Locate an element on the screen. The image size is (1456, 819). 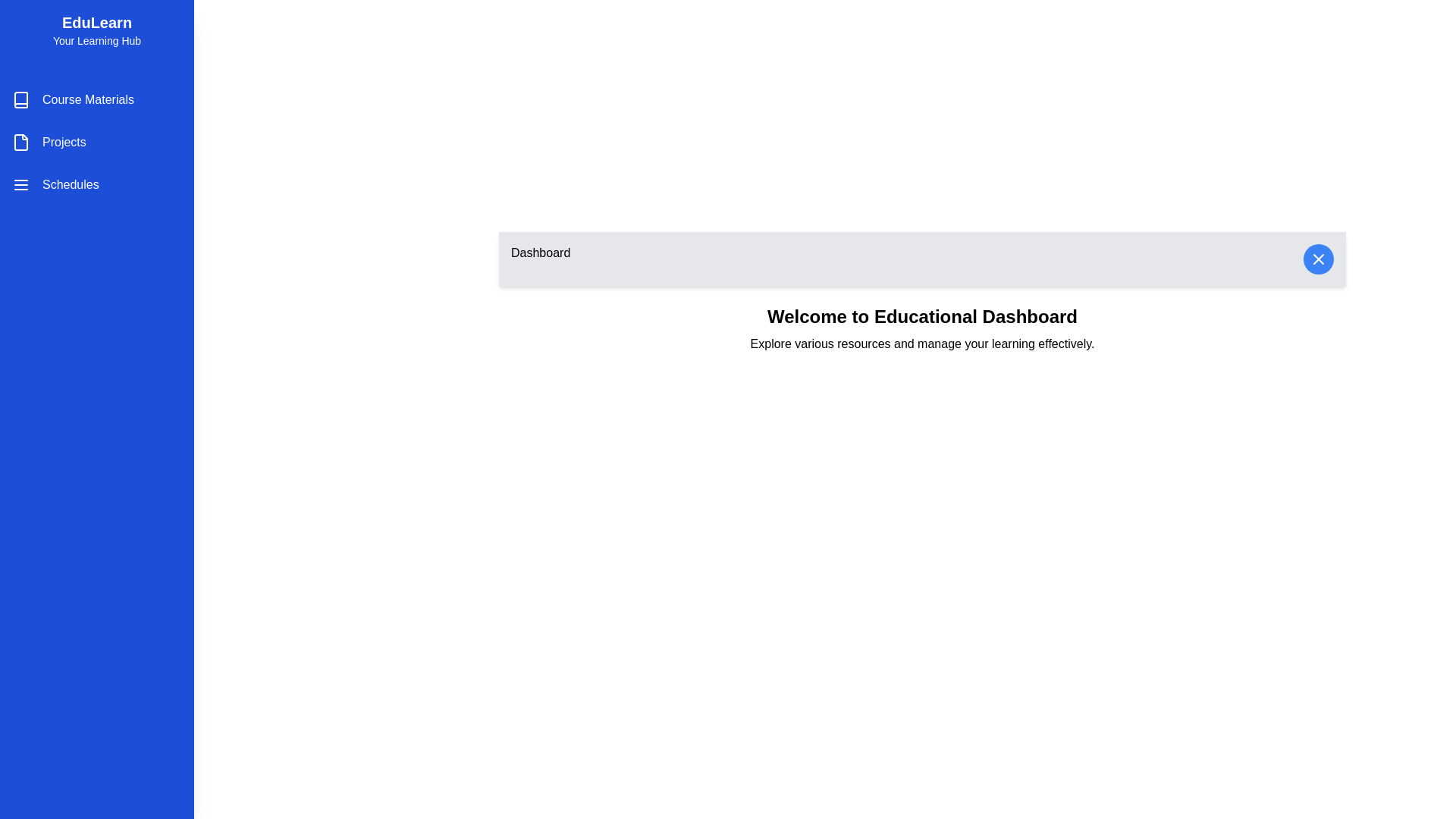
the round blue button with an 'X' icon in the top-right corner of the gray header bar is located at coordinates (1317, 259).